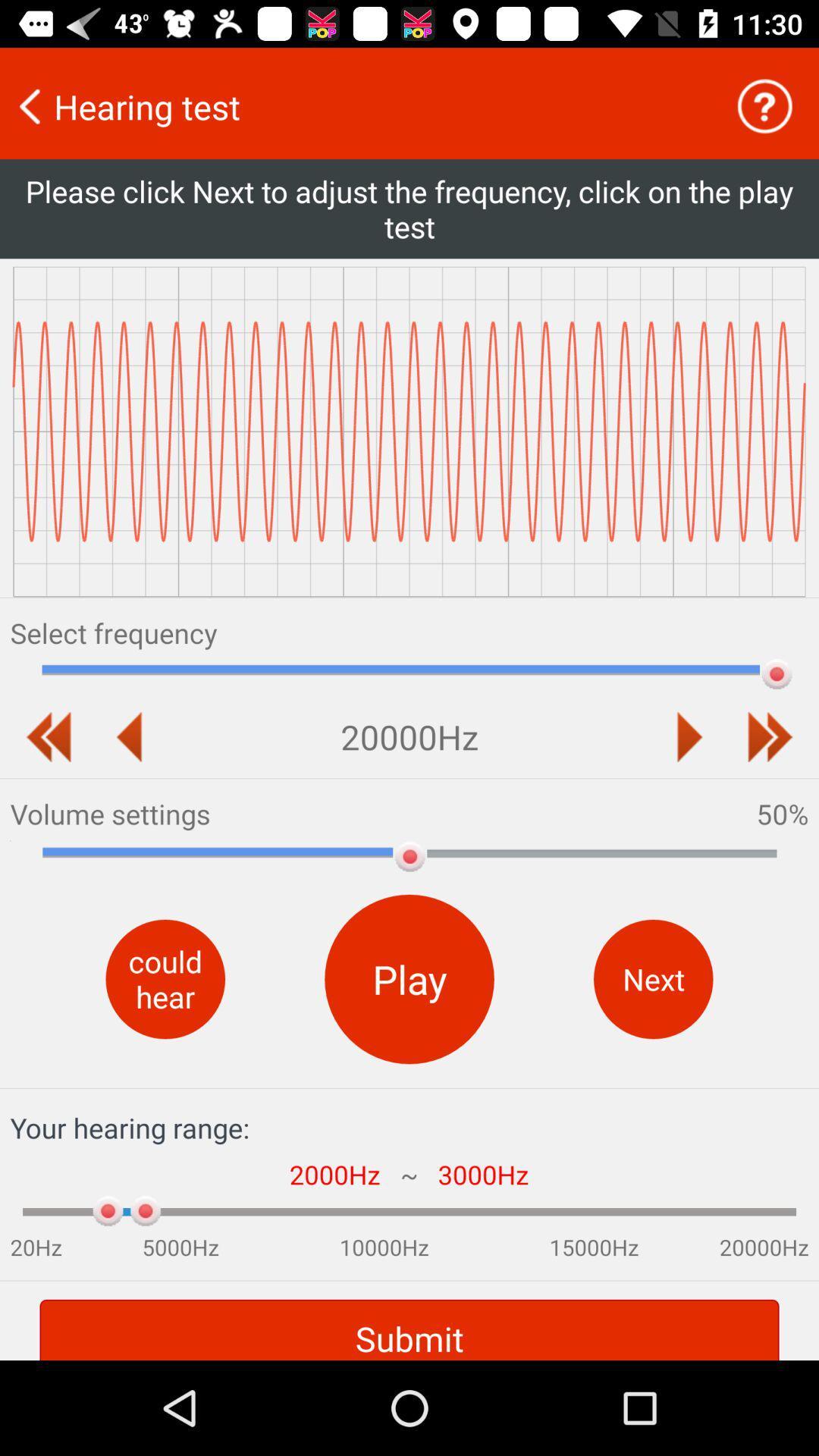 This screenshot has height=1456, width=819. What do you see at coordinates (689, 736) in the screenshot?
I see `previous` at bounding box center [689, 736].